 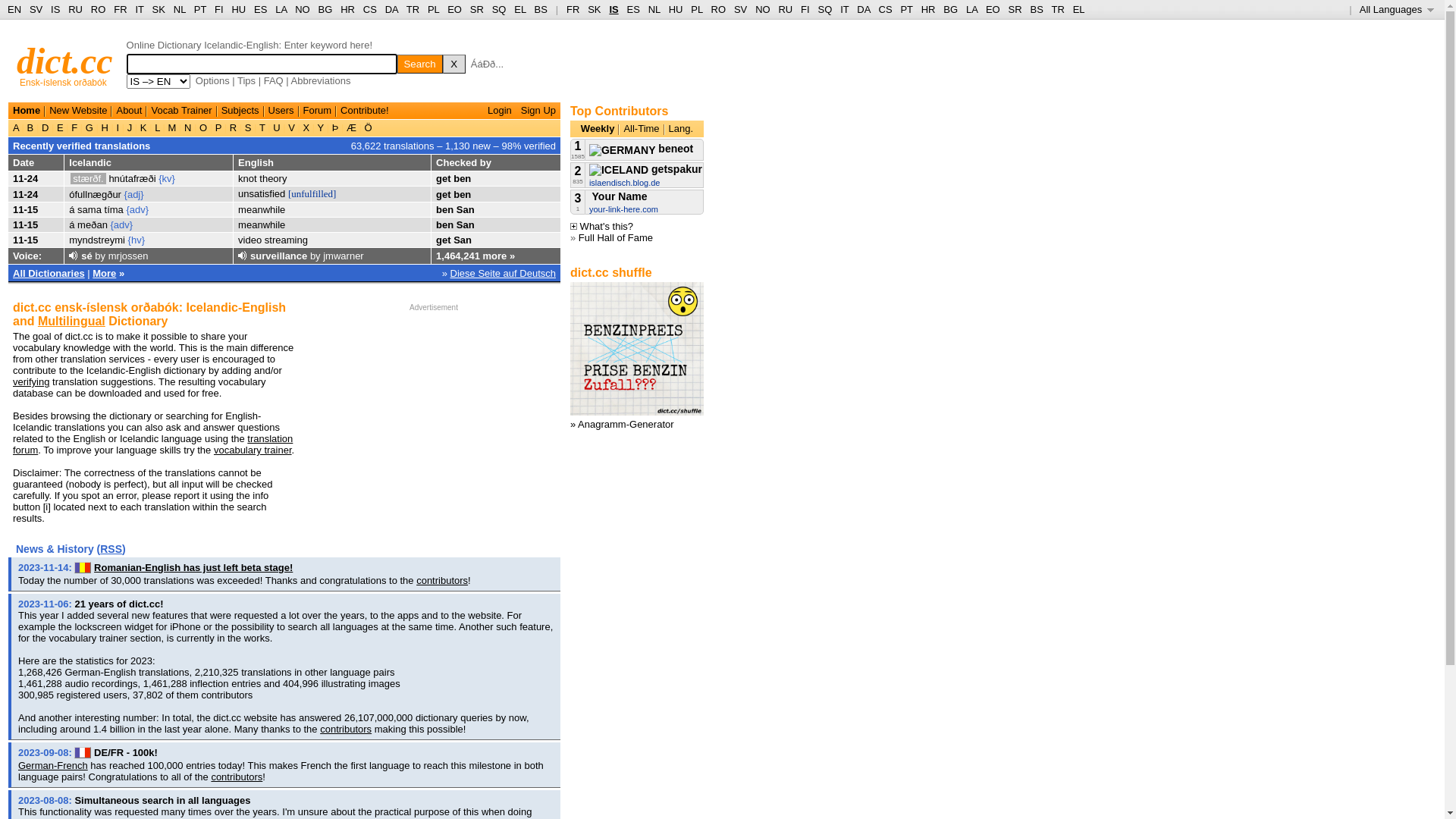 I want to click on 'islaendisch.blog.de', so click(x=625, y=181).